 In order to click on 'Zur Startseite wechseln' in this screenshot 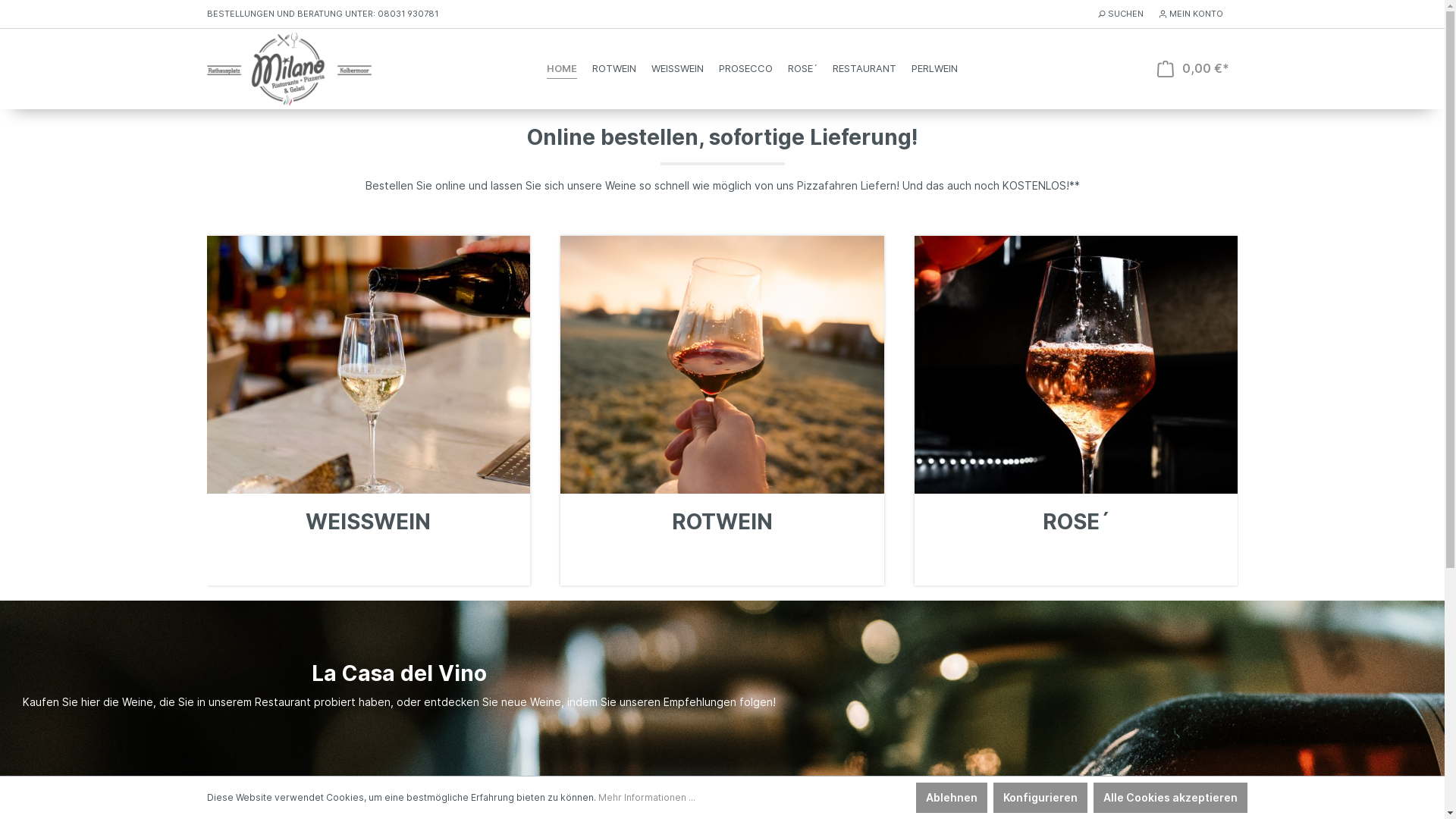, I will do `click(206, 67)`.